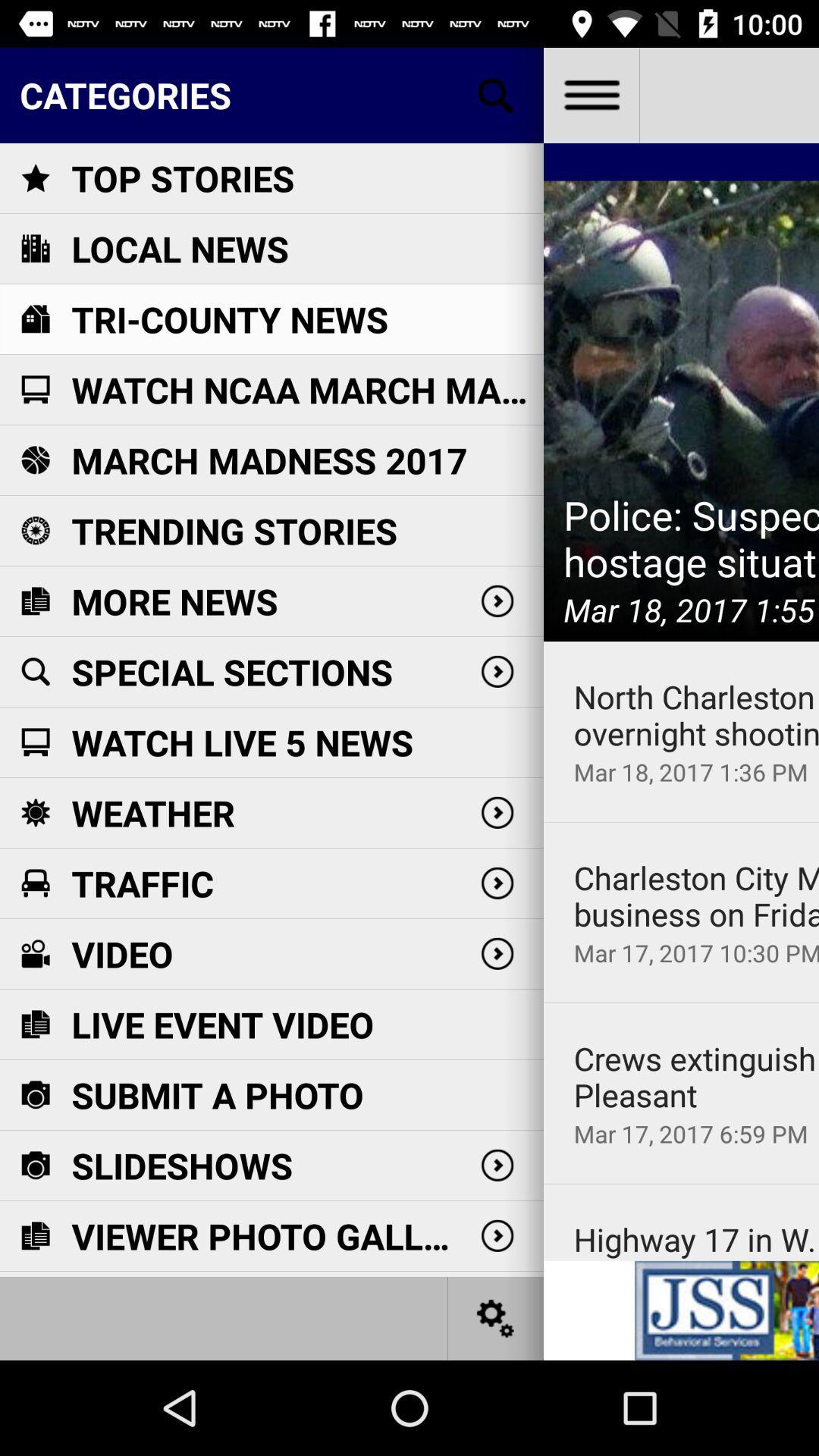 The image size is (819, 1456). What do you see at coordinates (680, 1003) in the screenshot?
I see `the icon next to live event video item` at bounding box center [680, 1003].